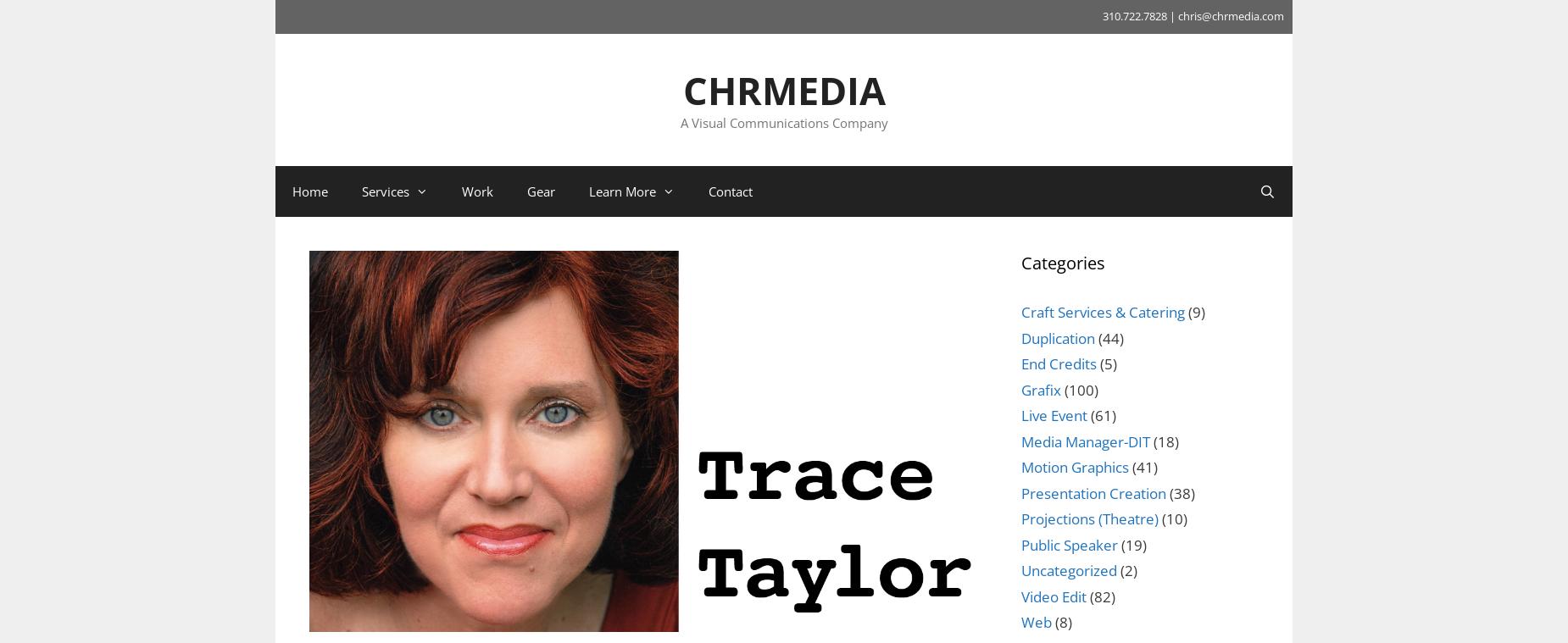 The width and height of the screenshot is (1568, 643). Describe the element at coordinates (1185, 311) in the screenshot. I see `'(9)'` at that location.